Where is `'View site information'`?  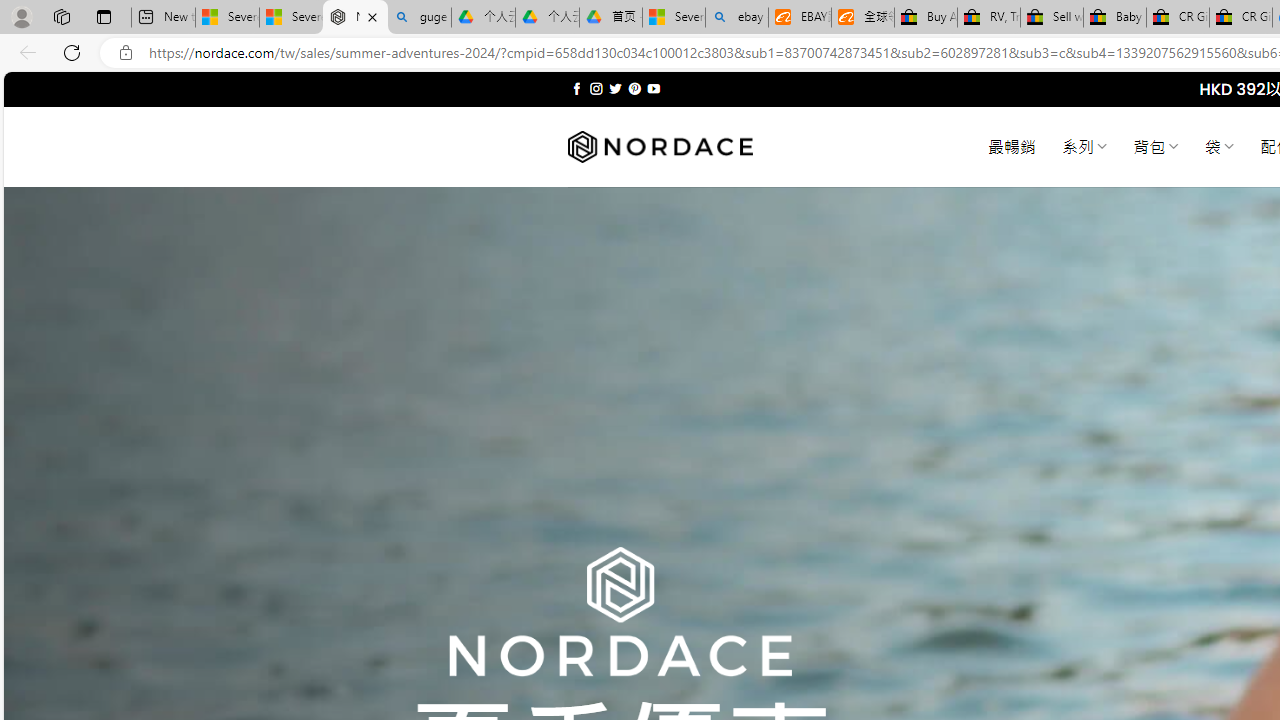
'View site information' is located at coordinates (125, 52).